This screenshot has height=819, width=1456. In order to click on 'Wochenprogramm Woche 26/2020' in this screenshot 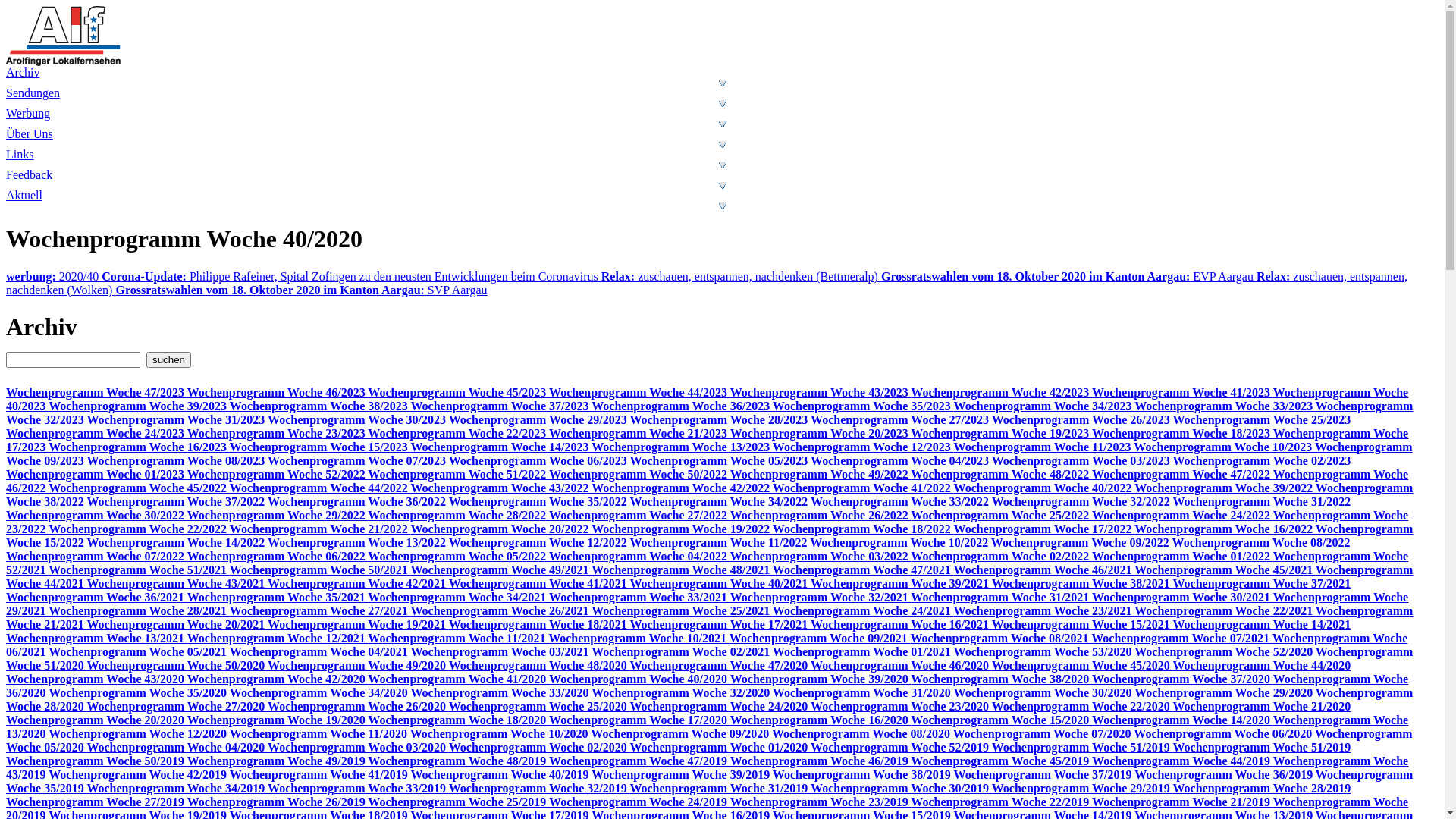, I will do `click(357, 706)`.